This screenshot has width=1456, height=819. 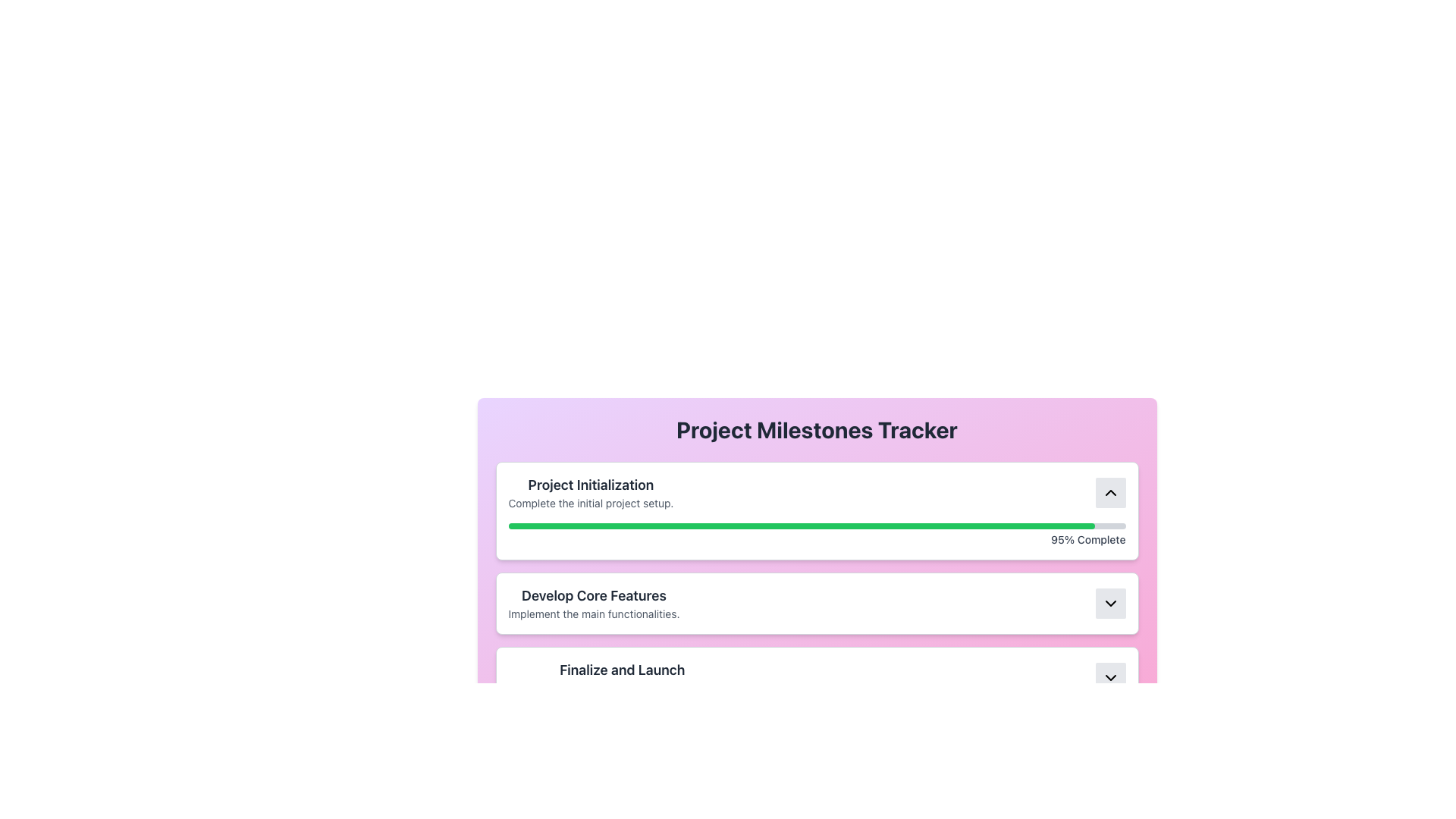 I want to click on the progress bar representing 95% completion under the 'Project Initialization' heading in the '95% Complete' section, so click(x=816, y=526).